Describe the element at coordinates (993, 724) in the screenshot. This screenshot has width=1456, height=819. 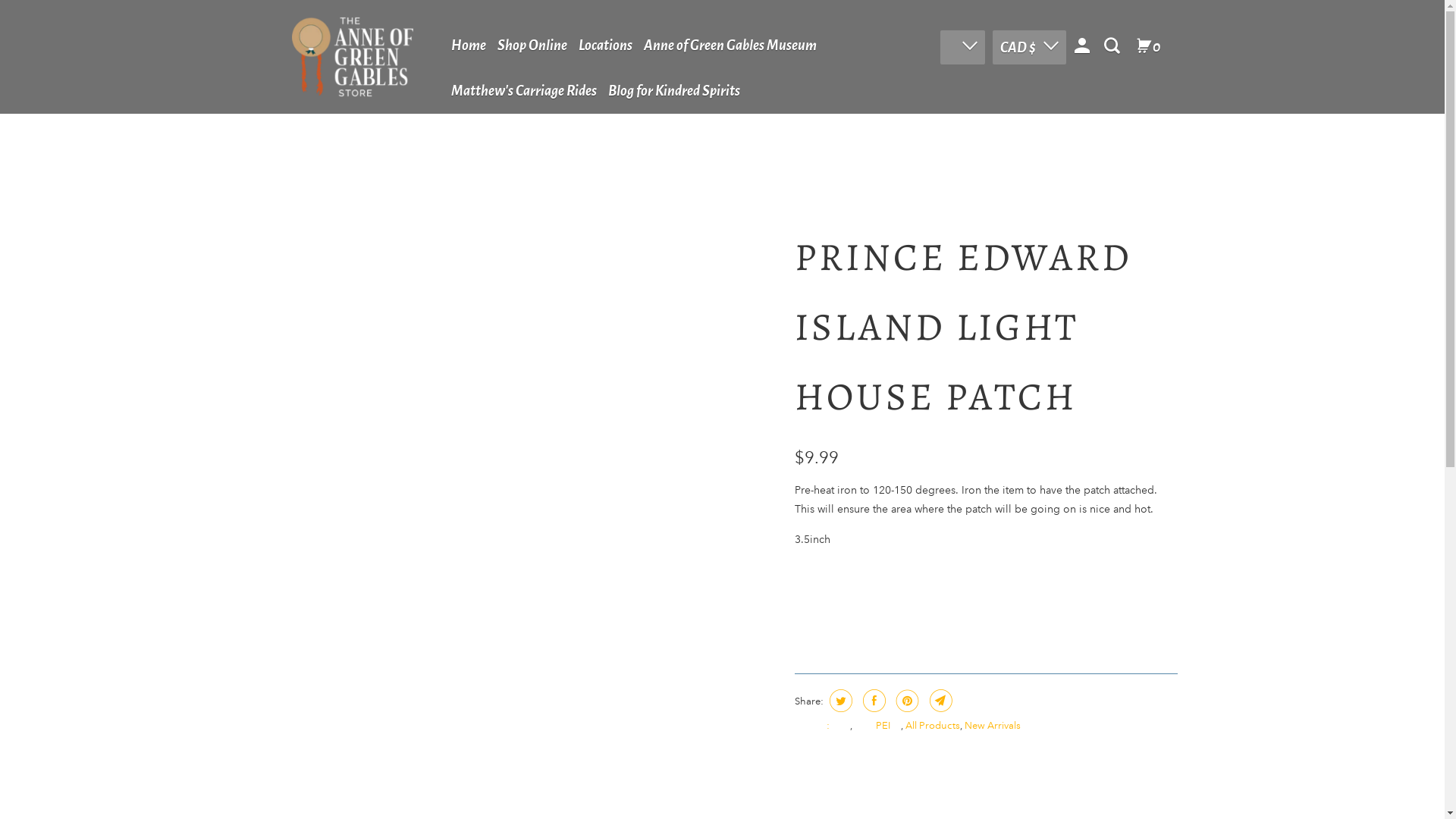
I see `'New Arrivals'` at that location.